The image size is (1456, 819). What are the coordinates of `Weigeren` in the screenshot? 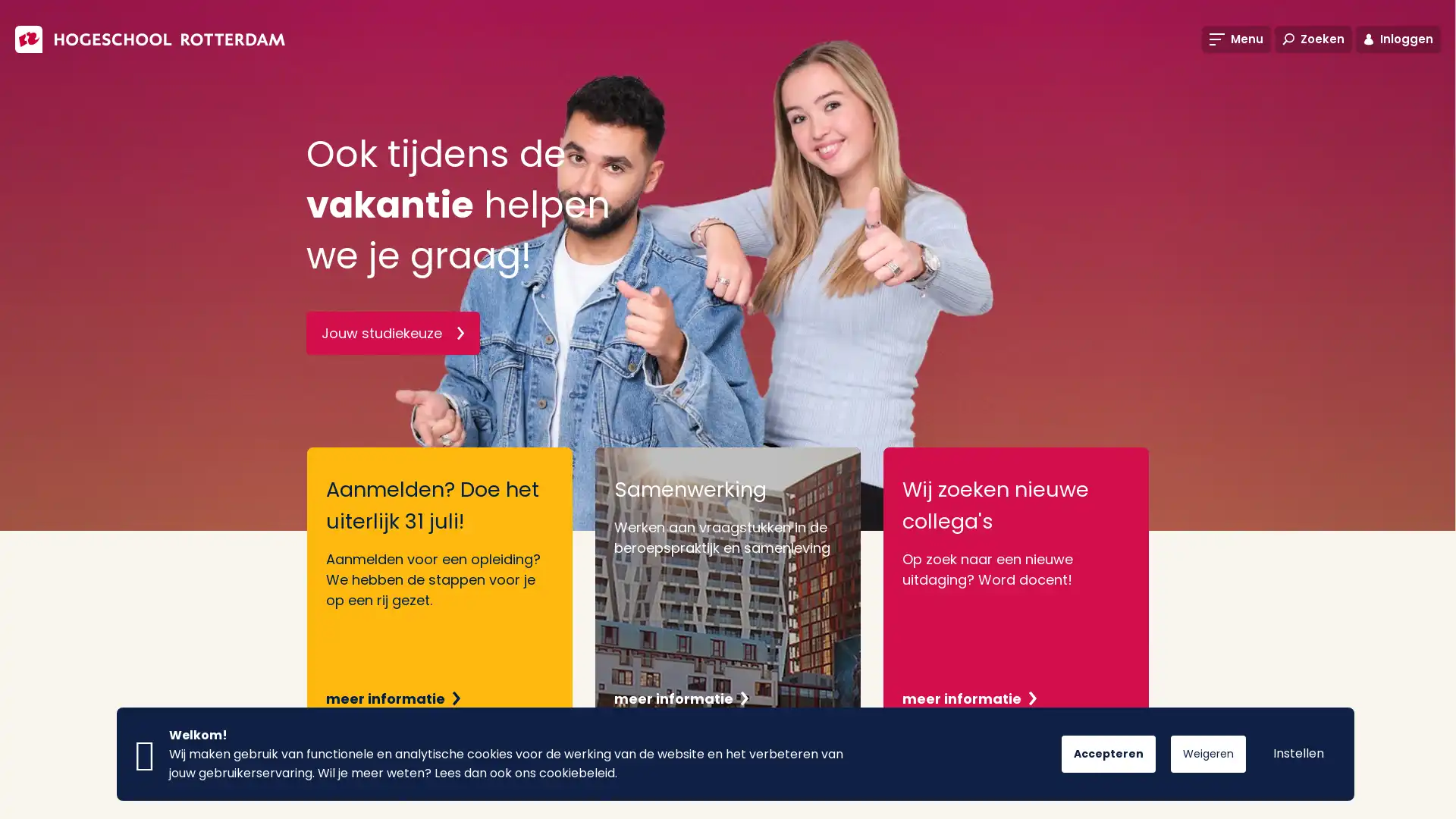 It's located at (1207, 754).